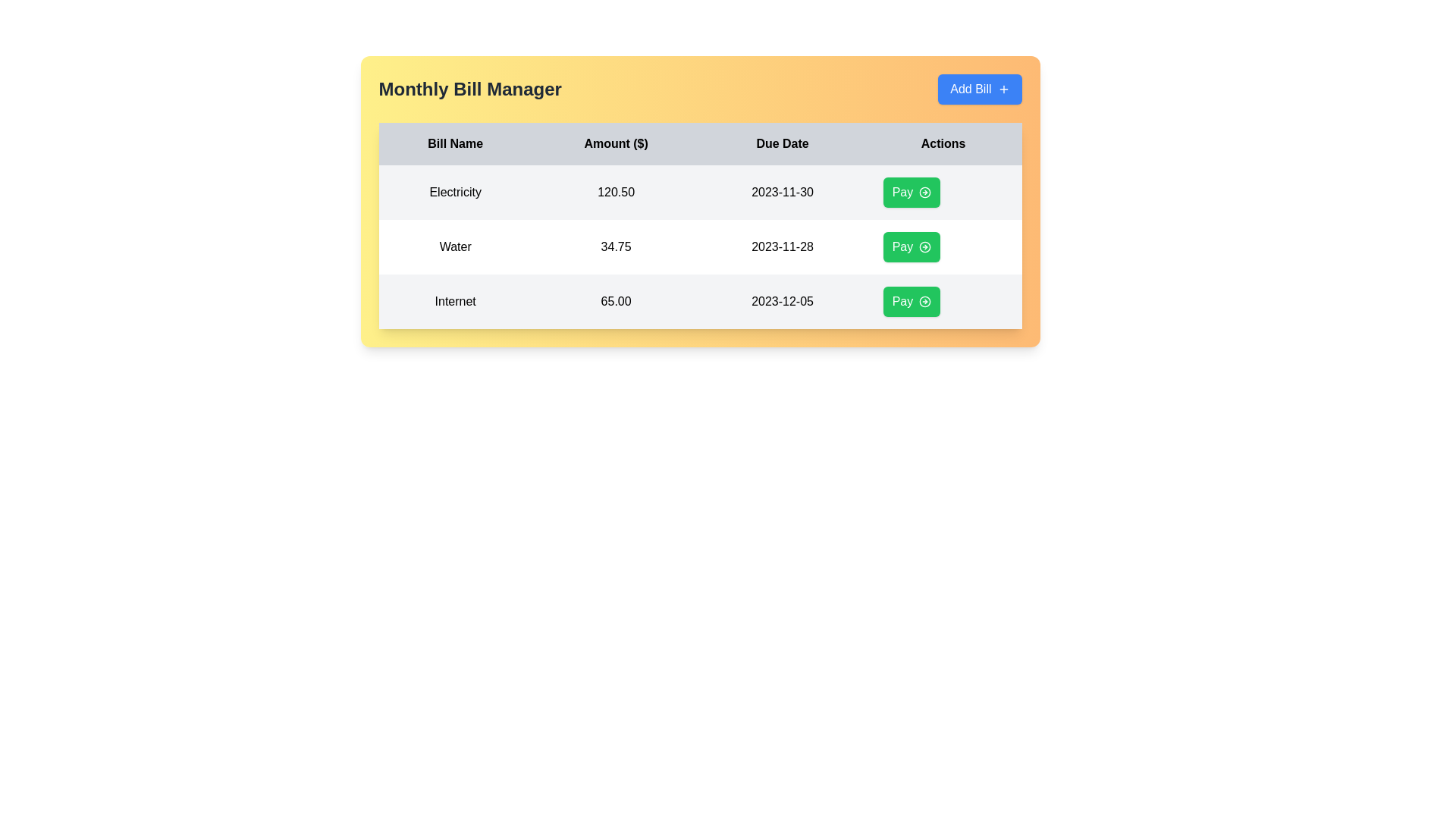  What do you see at coordinates (616, 246) in the screenshot?
I see `the text element displaying the value '34.75' in the 'Amount ($)' column of the table for the 'Water' bill entry` at bounding box center [616, 246].